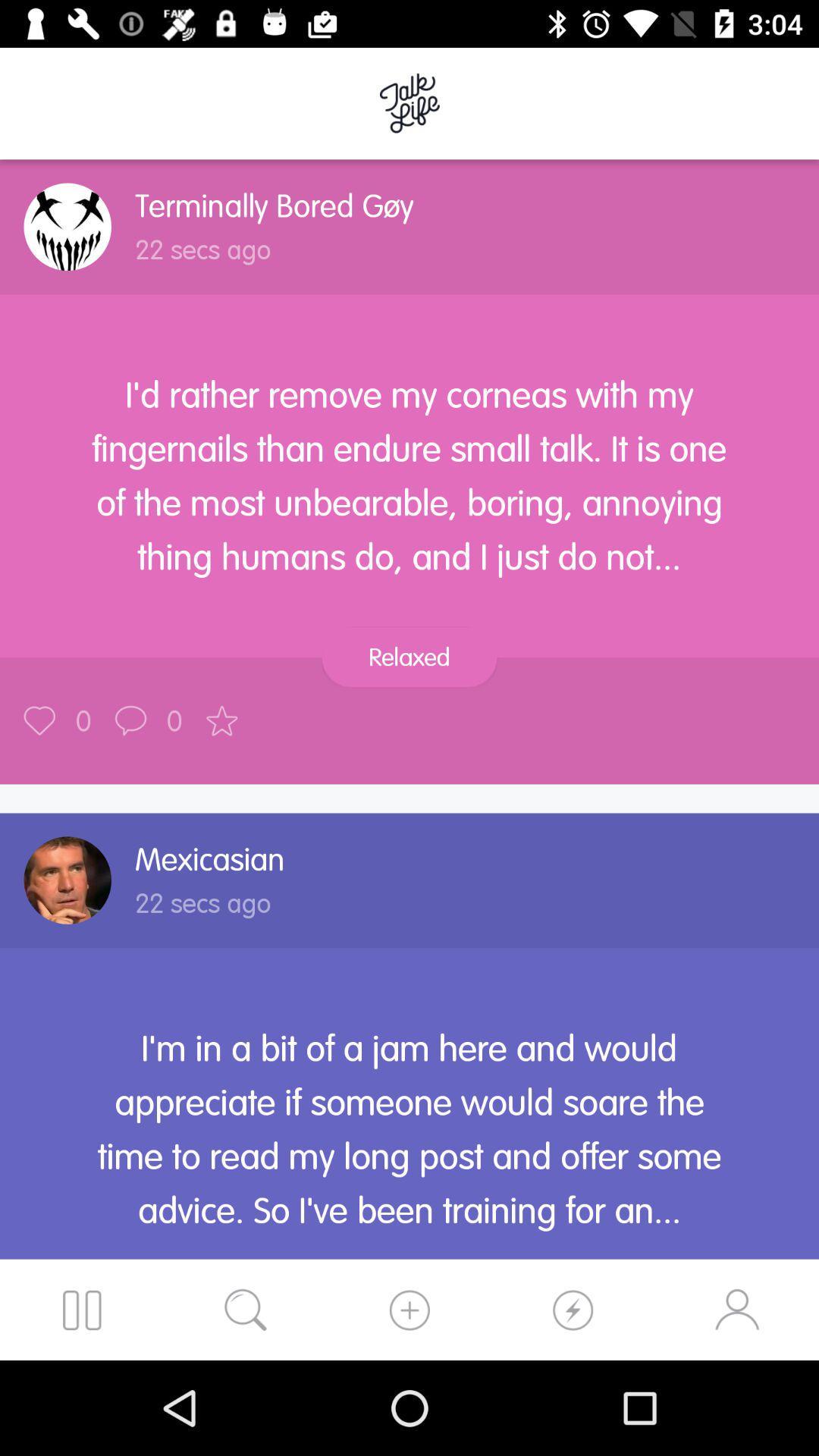 The image size is (819, 1456). What do you see at coordinates (210, 859) in the screenshot?
I see `icon above the 22 secs ago icon` at bounding box center [210, 859].